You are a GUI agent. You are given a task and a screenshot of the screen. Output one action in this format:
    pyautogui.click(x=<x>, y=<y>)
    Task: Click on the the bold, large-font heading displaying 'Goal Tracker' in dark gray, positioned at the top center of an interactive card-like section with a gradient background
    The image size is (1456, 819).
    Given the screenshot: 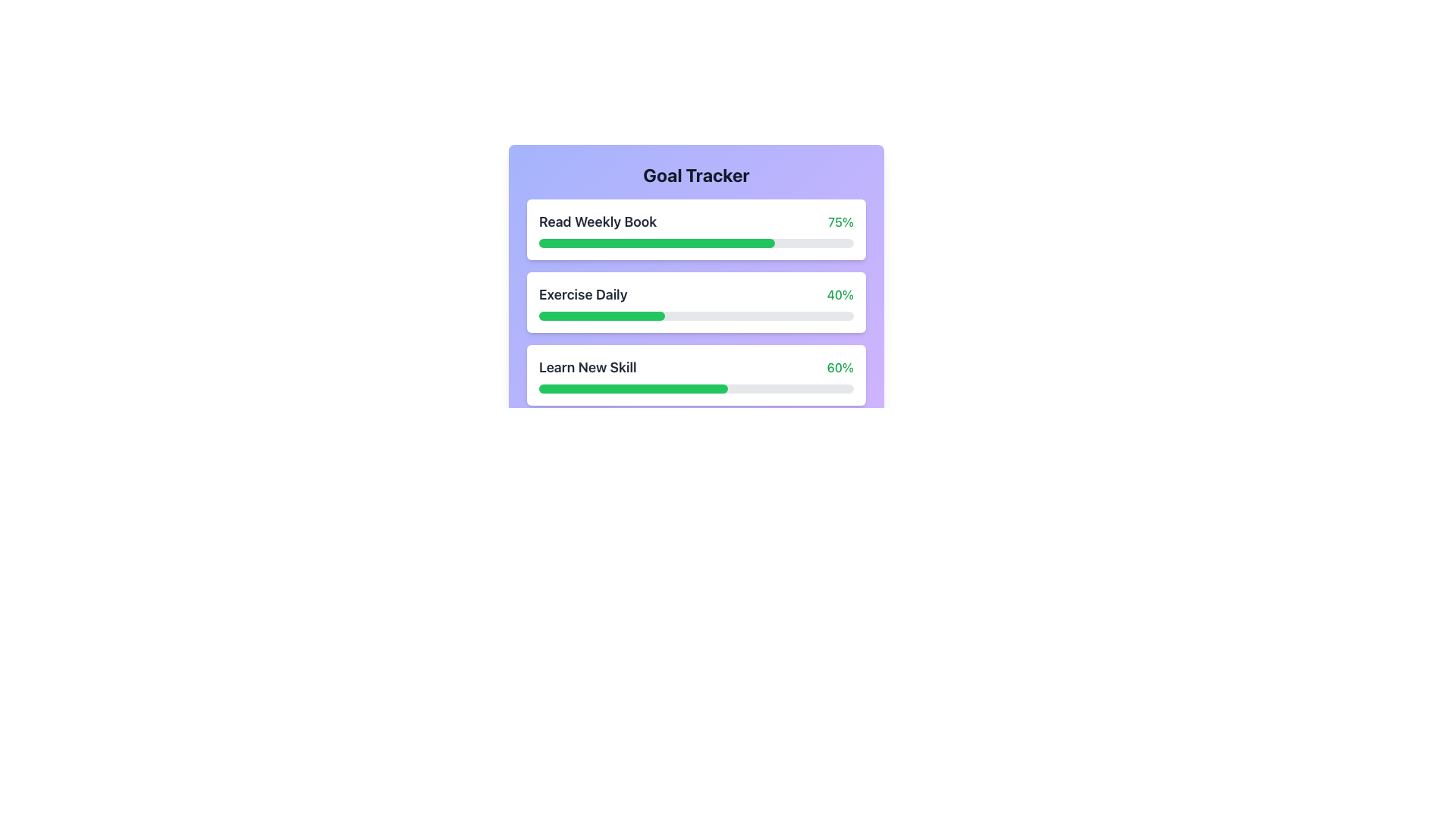 What is the action you would take?
    pyautogui.click(x=695, y=174)
    